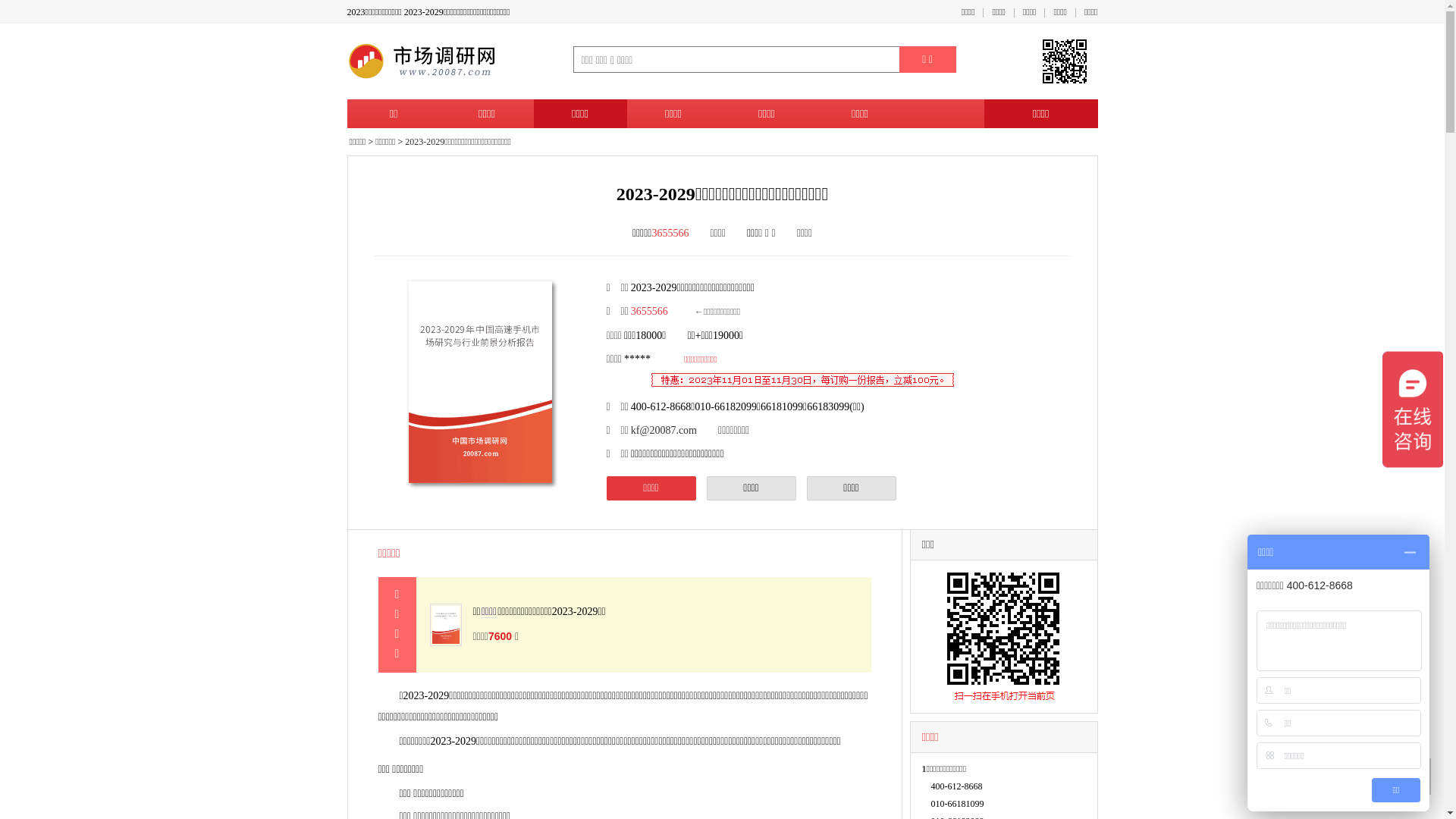 This screenshot has width=1456, height=819. Describe the element at coordinates (664, 430) in the screenshot. I see `'kf@20087.com'` at that location.